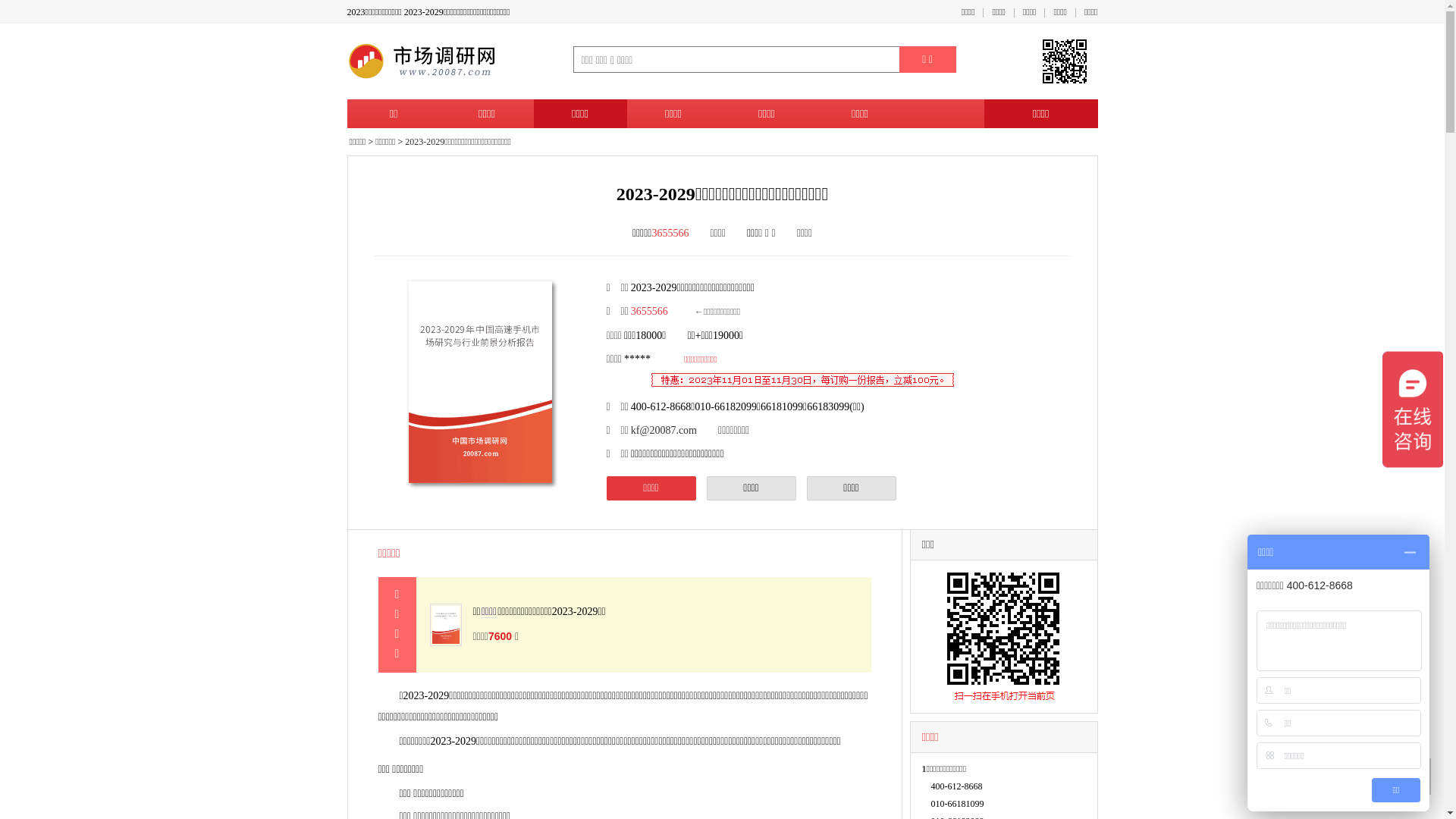 This screenshot has width=1456, height=819. Describe the element at coordinates (664, 430) in the screenshot. I see `'kf@20087.com'` at that location.